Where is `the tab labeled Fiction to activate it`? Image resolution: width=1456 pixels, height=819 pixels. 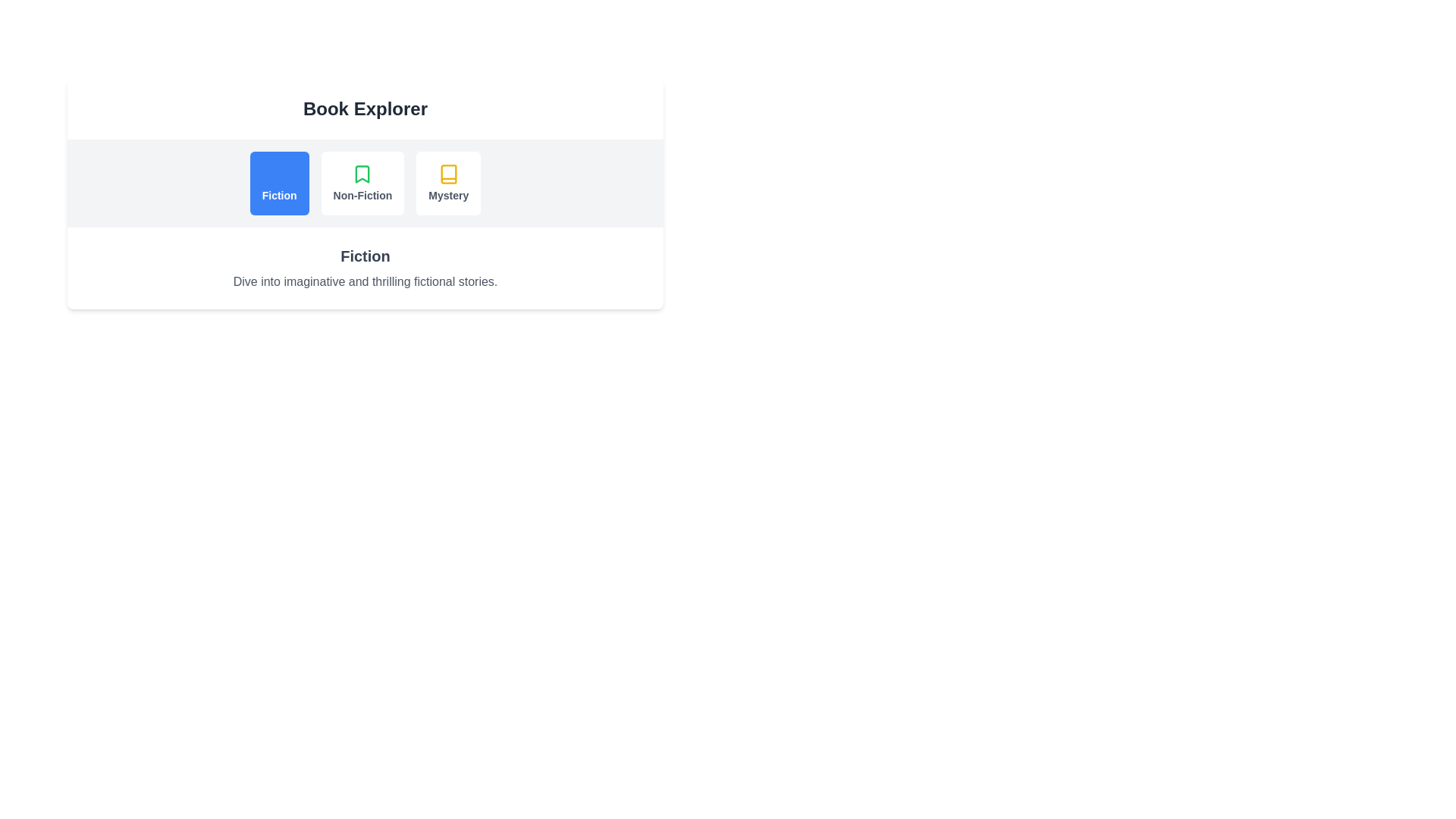
the tab labeled Fiction to activate it is located at coordinates (279, 183).